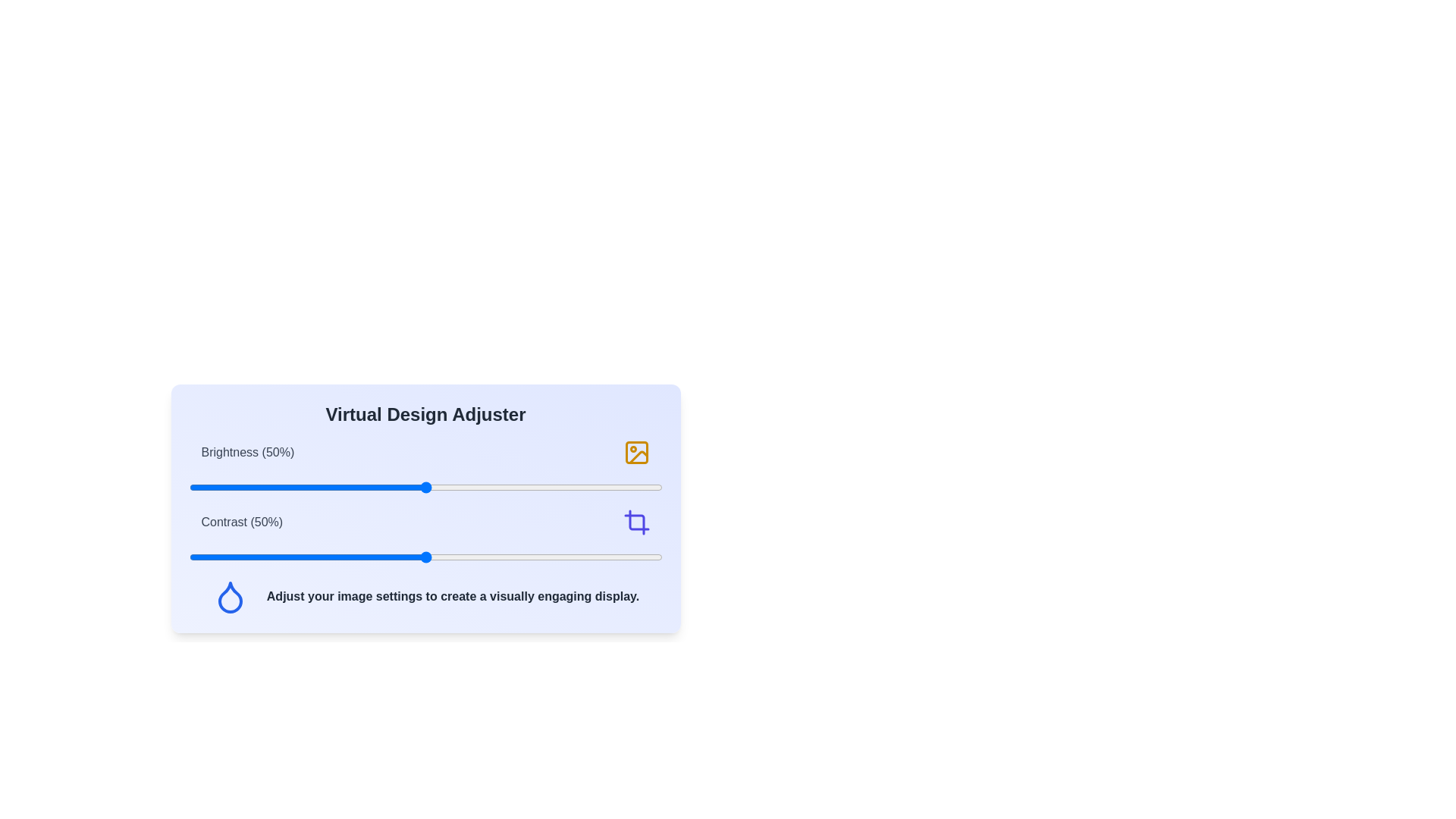 This screenshot has height=819, width=1456. I want to click on the contrast slider to set the contrast level to 25, so click(306, 557).